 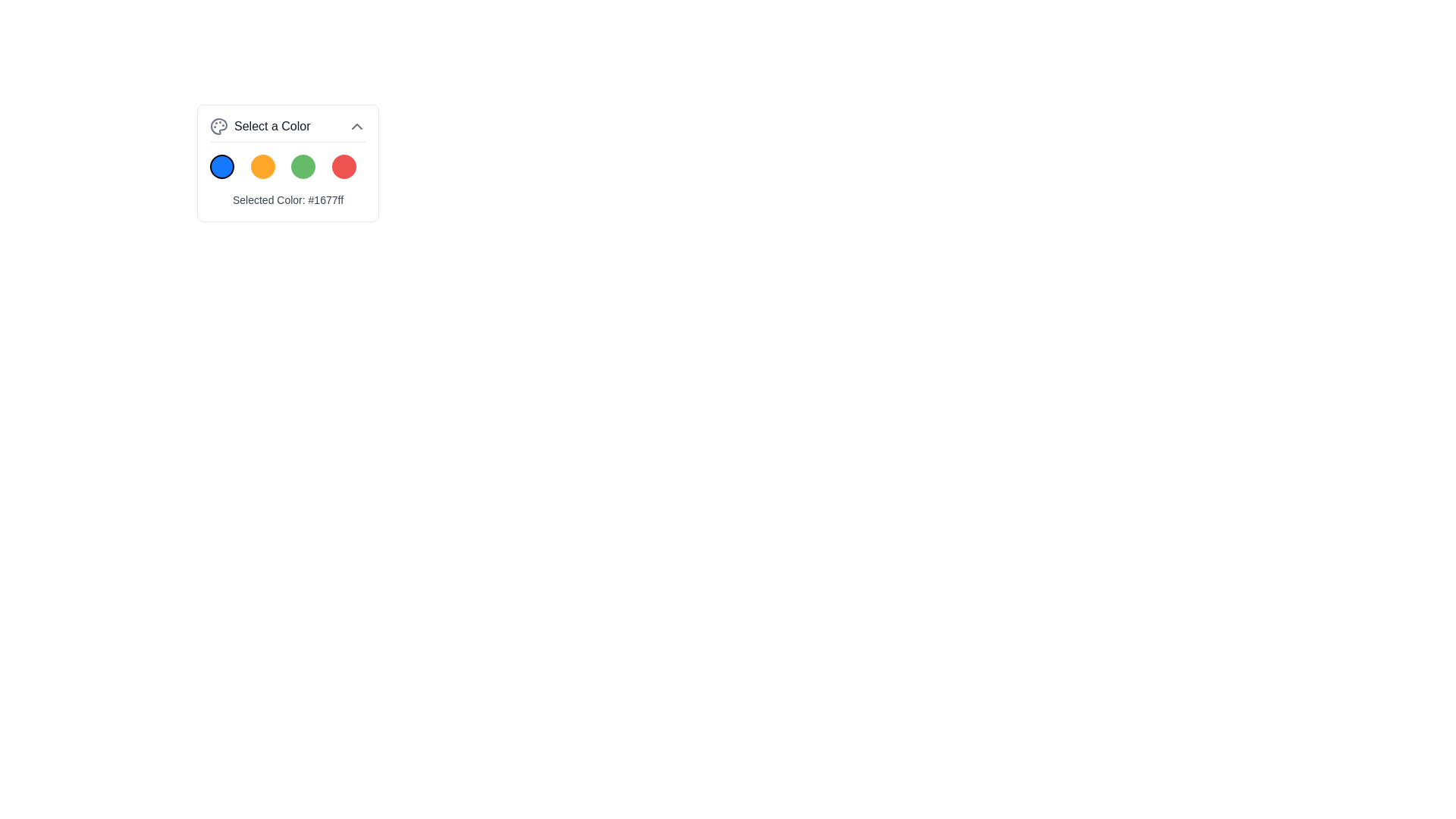 What do you see at coordinates (287, 163) in the screenshot?
I see `the Dropdown Menu labeled 'Select a Color'` at bounding box center [287, 163].